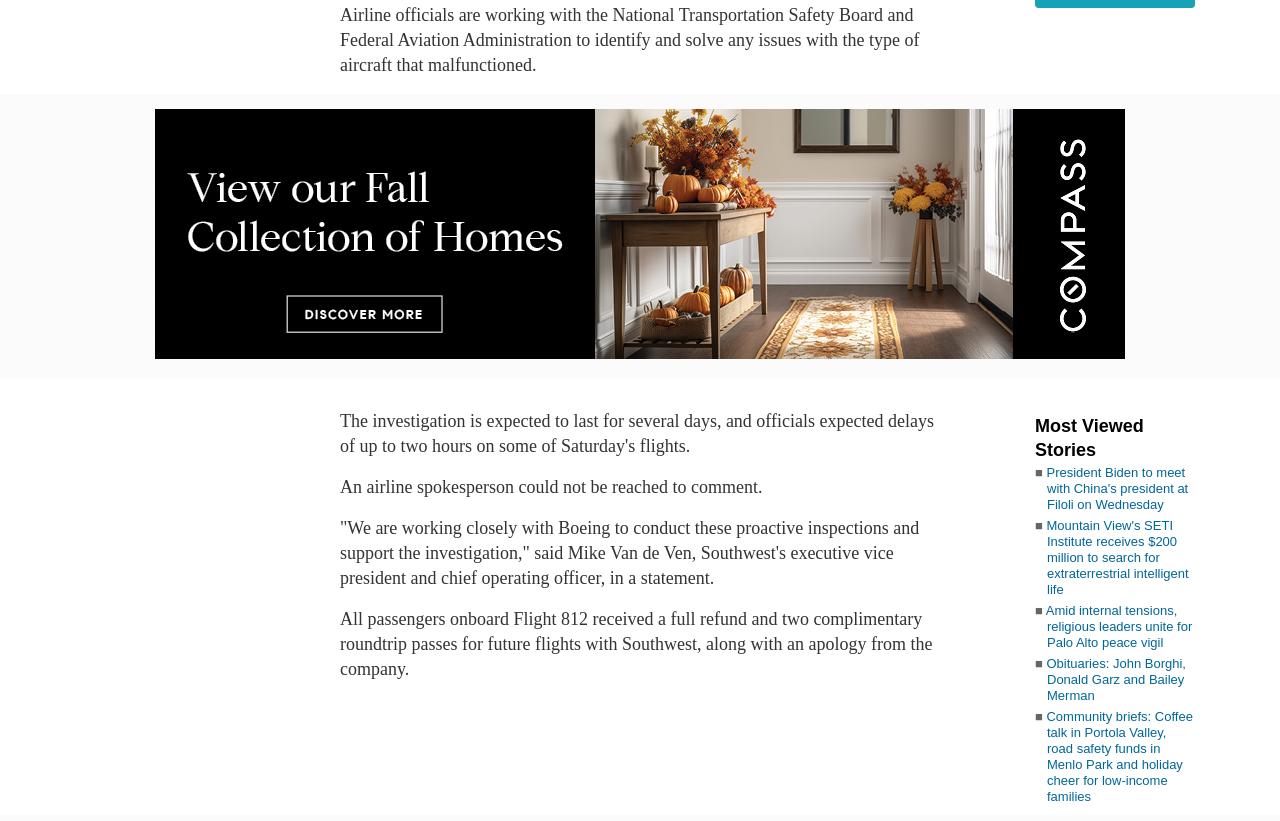 The width and height of the screenshot is (1280, 821). Describe the element at coordinates (628, 38) in the screenshot. I see `'Airline officials are working with the National Transportation Safety Board and Federal Aviation Administration to identify and solve any issues with the type of aircraft that malfunctioned.'` at that location.